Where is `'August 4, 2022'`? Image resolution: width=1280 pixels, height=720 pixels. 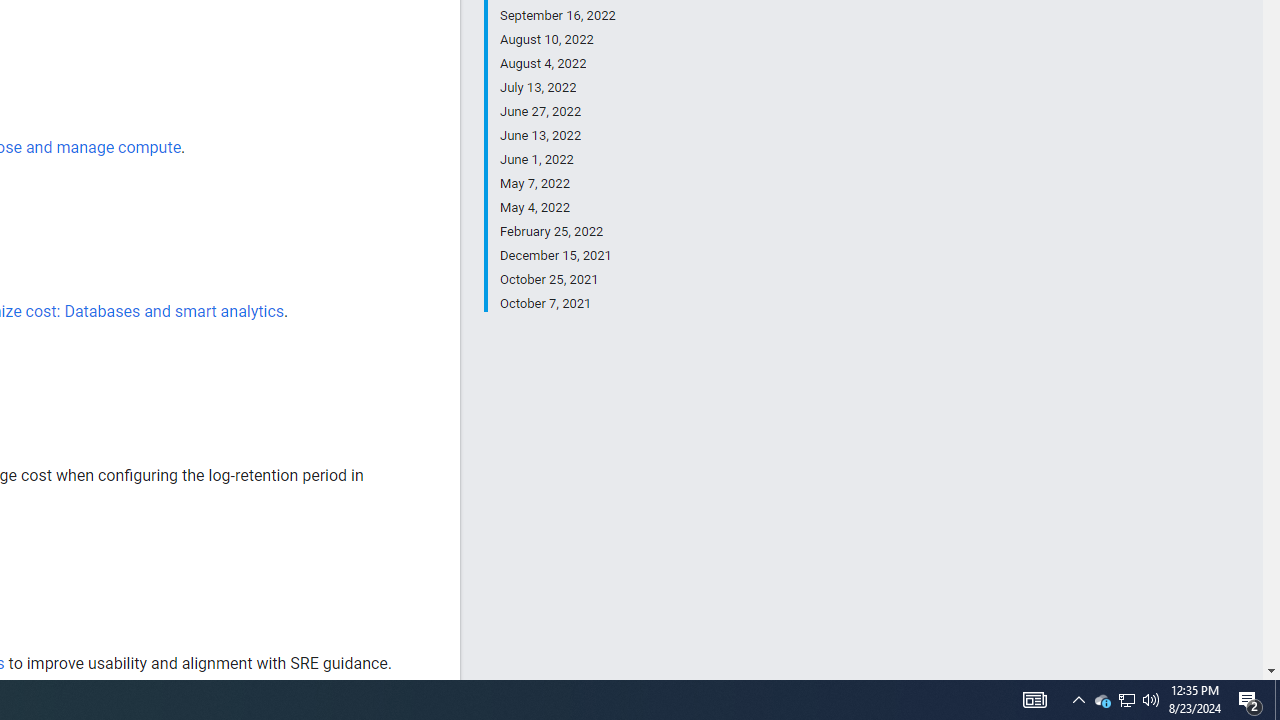
'August 4, 2022' is located at coordinates (557, 63).